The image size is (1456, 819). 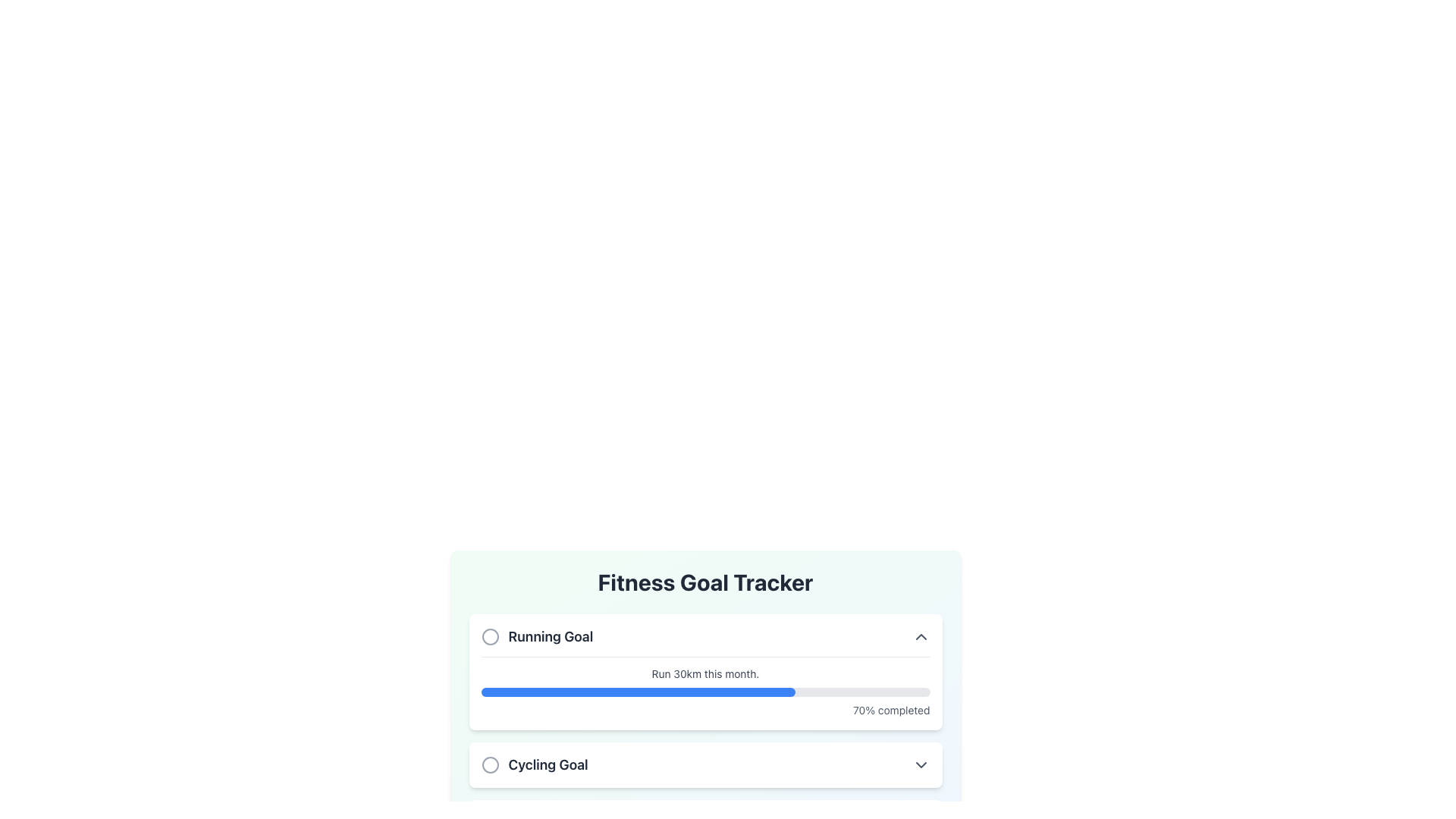 What do you see at coordinates (920, 765) in the screenshot?
I see `the toggle button for the 'Cycling Goal' item` at bounding box center [920, 765].